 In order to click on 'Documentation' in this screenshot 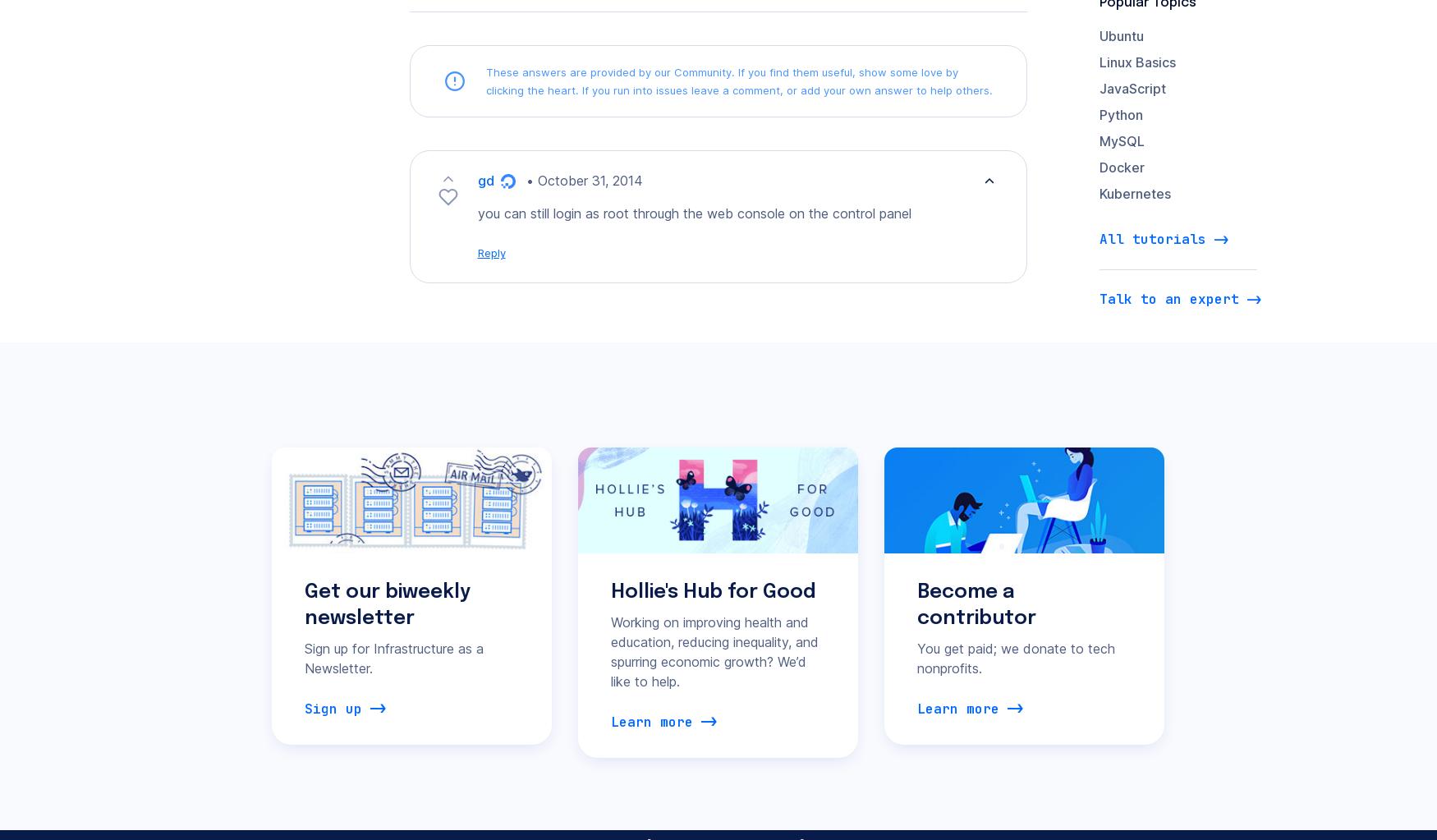, I will do `click(497, 588)`.